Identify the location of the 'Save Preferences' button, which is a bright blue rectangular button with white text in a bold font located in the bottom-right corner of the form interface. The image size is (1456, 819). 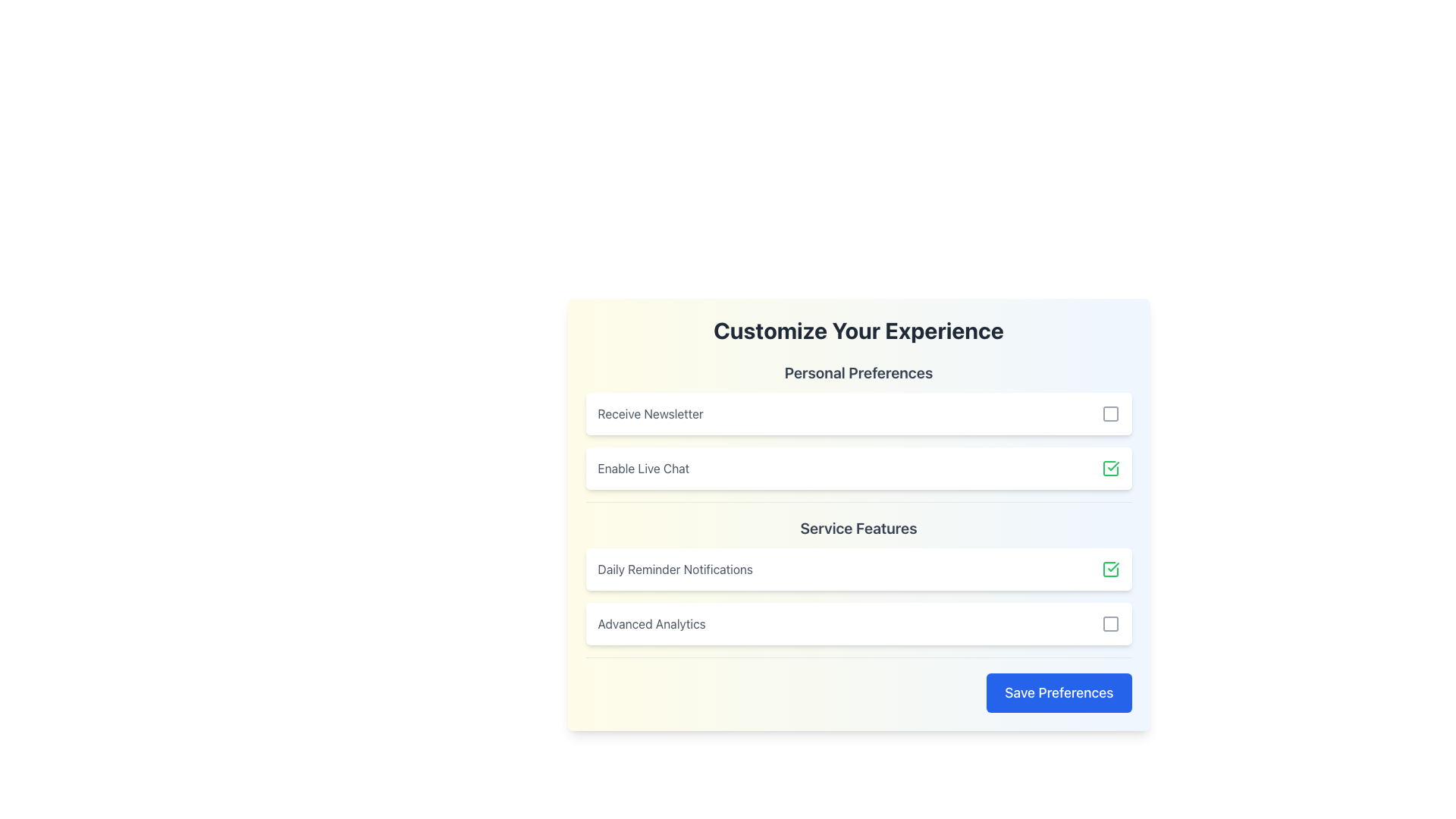
(1058, 693).